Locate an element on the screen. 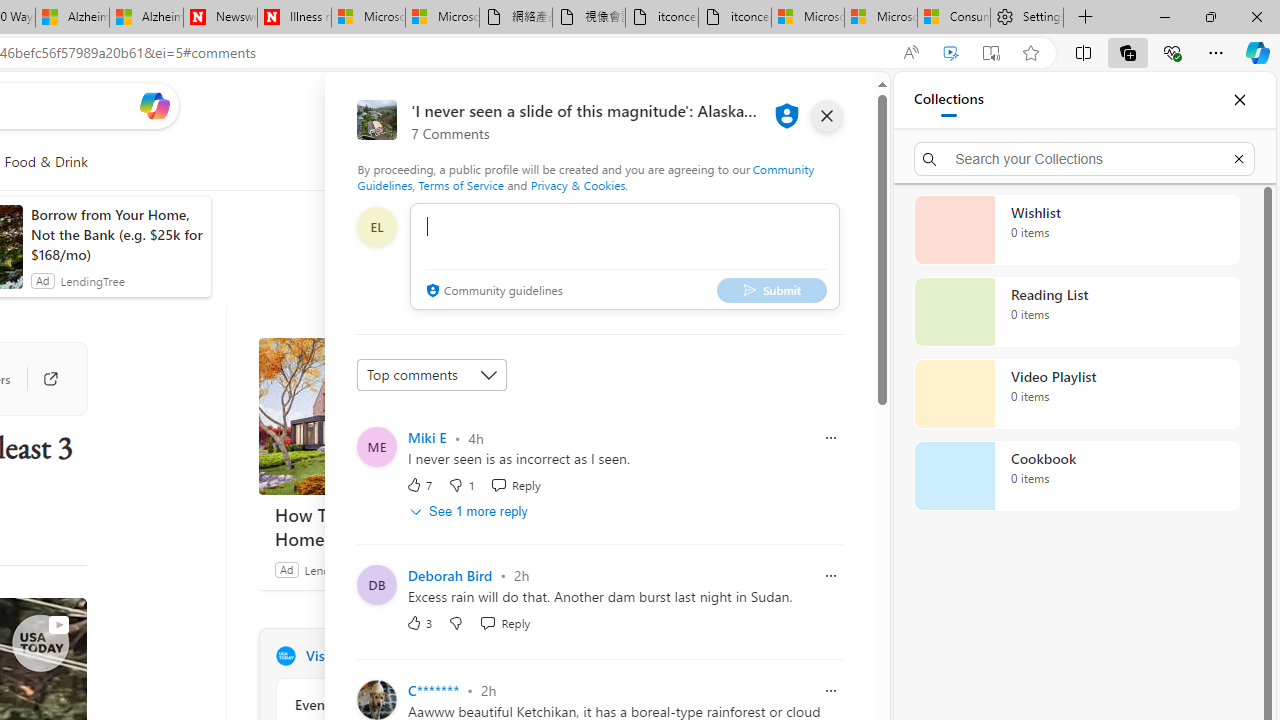 The height and width of the screenshot is (720, 1280). 'See 1 more reply' is located at coordinates (470, 510).